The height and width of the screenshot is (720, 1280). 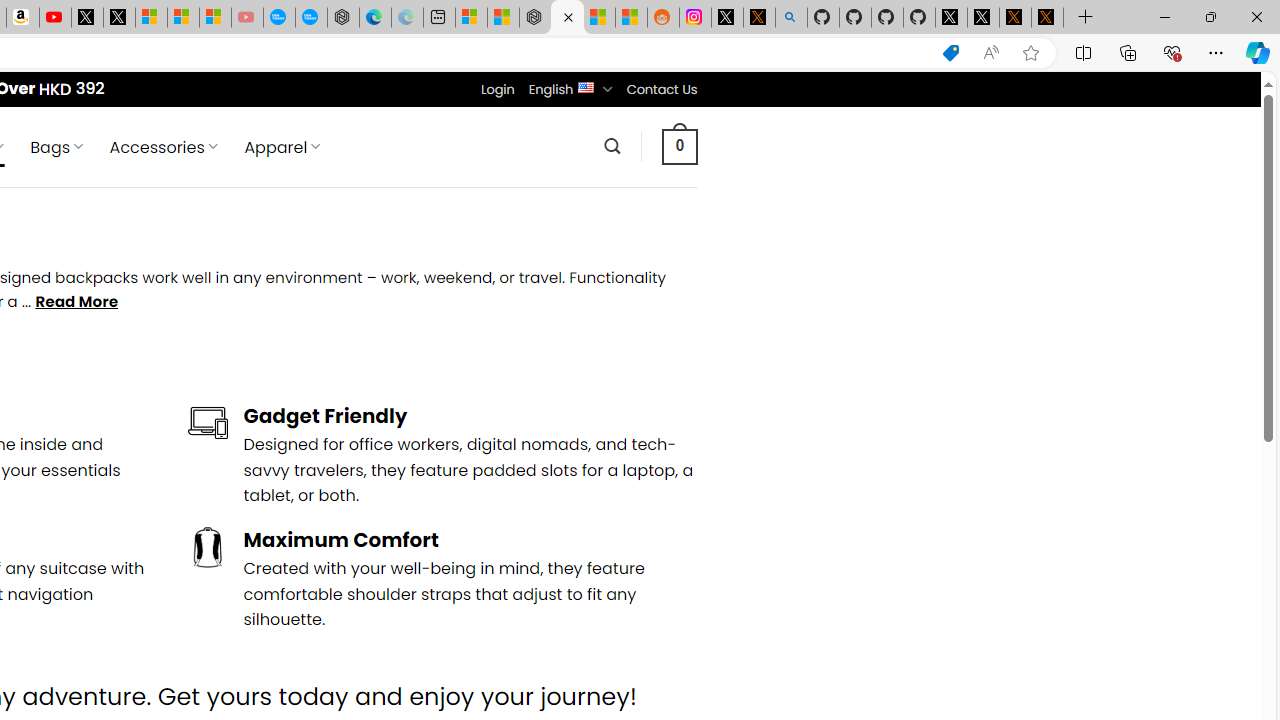 What do you see at coordinates (76, 302) in the screenshot?
I see `'Read More'` at bounding box center [76, 302].